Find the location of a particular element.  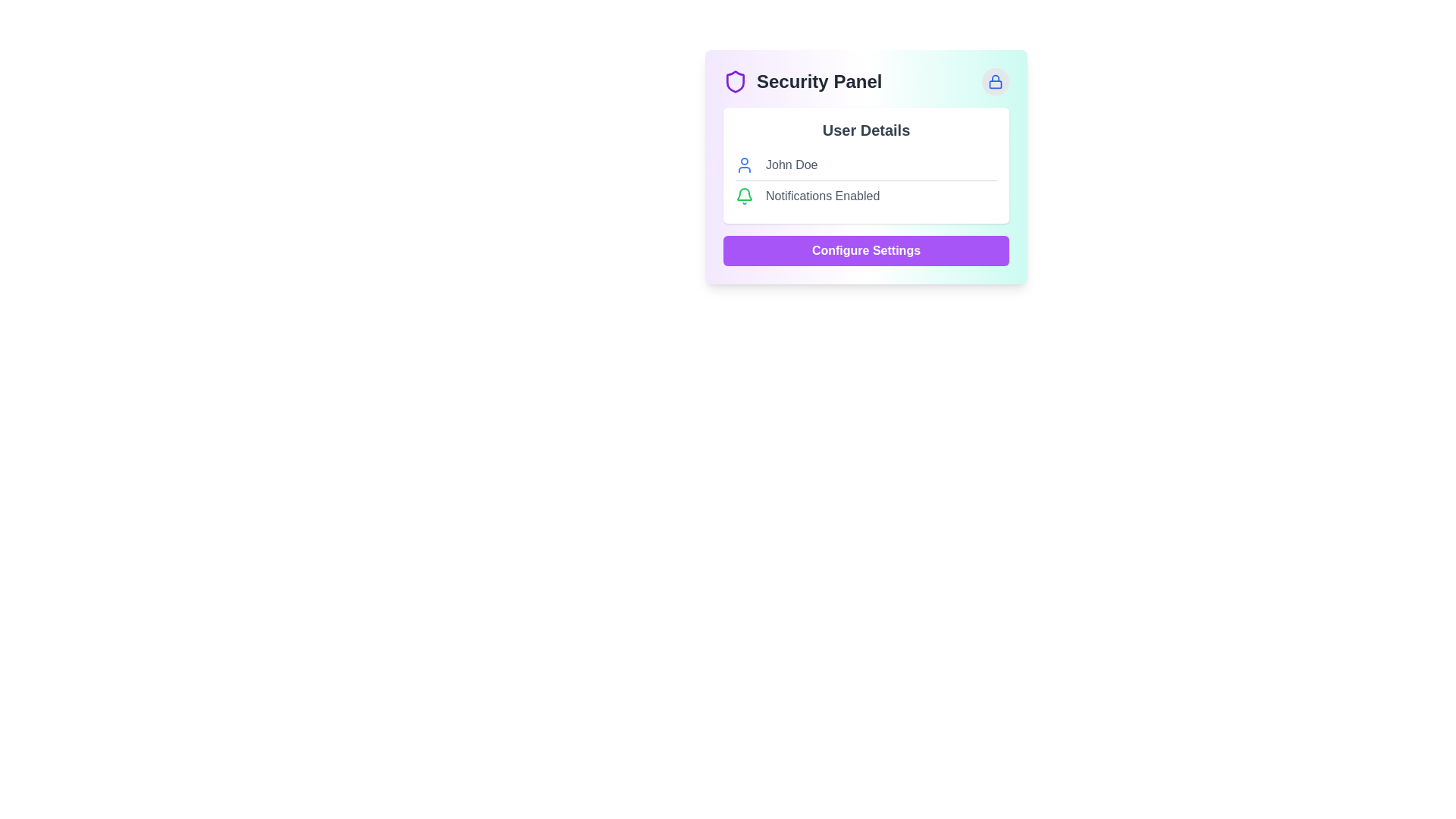

the circular button with a blue lock icon located in the top-right corner of the 'Security Panel' is located at coordinates (996, 82).